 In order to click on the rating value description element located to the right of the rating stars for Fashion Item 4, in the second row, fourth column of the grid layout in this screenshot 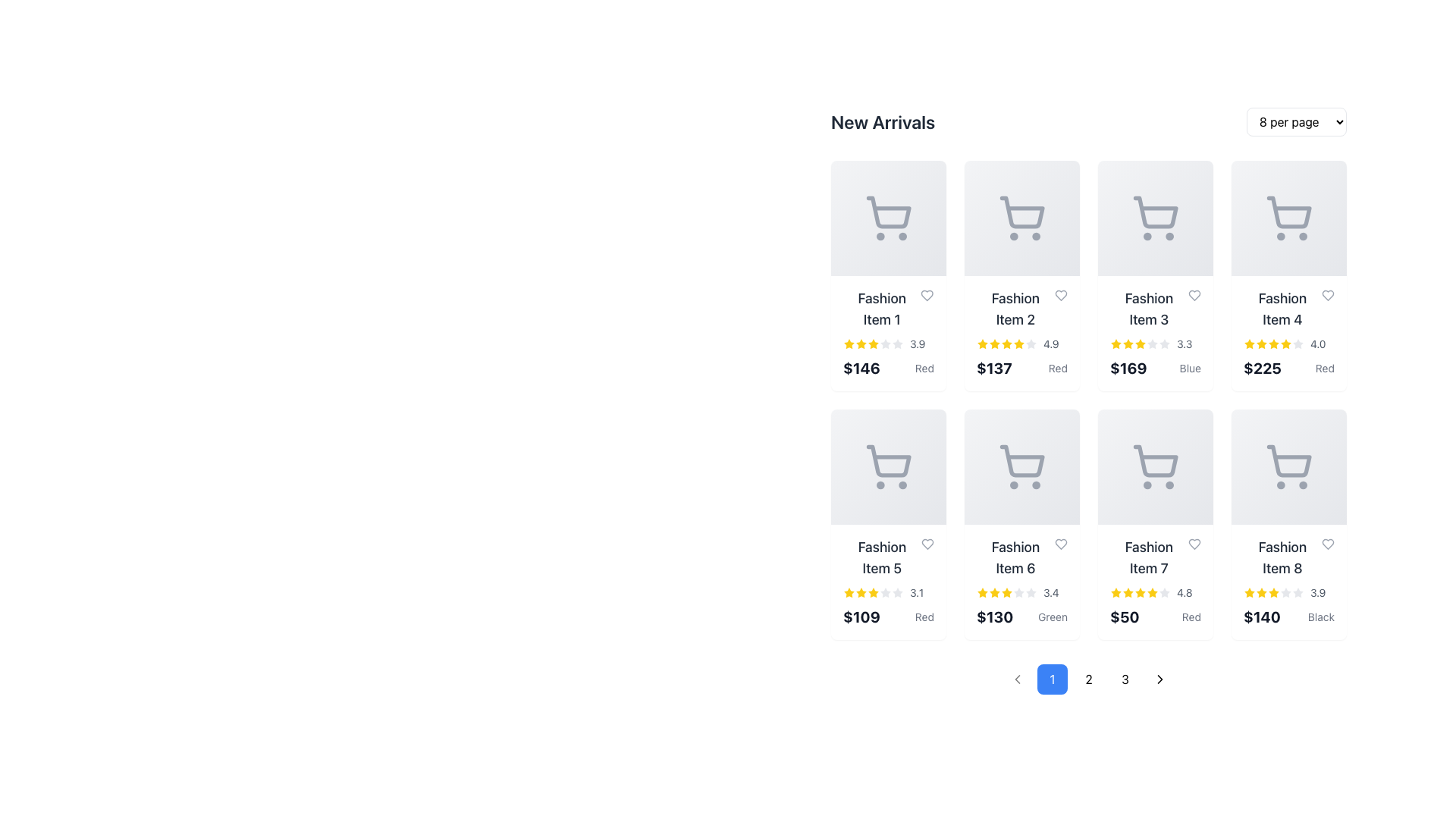, I will do `click(1317, 344)`.